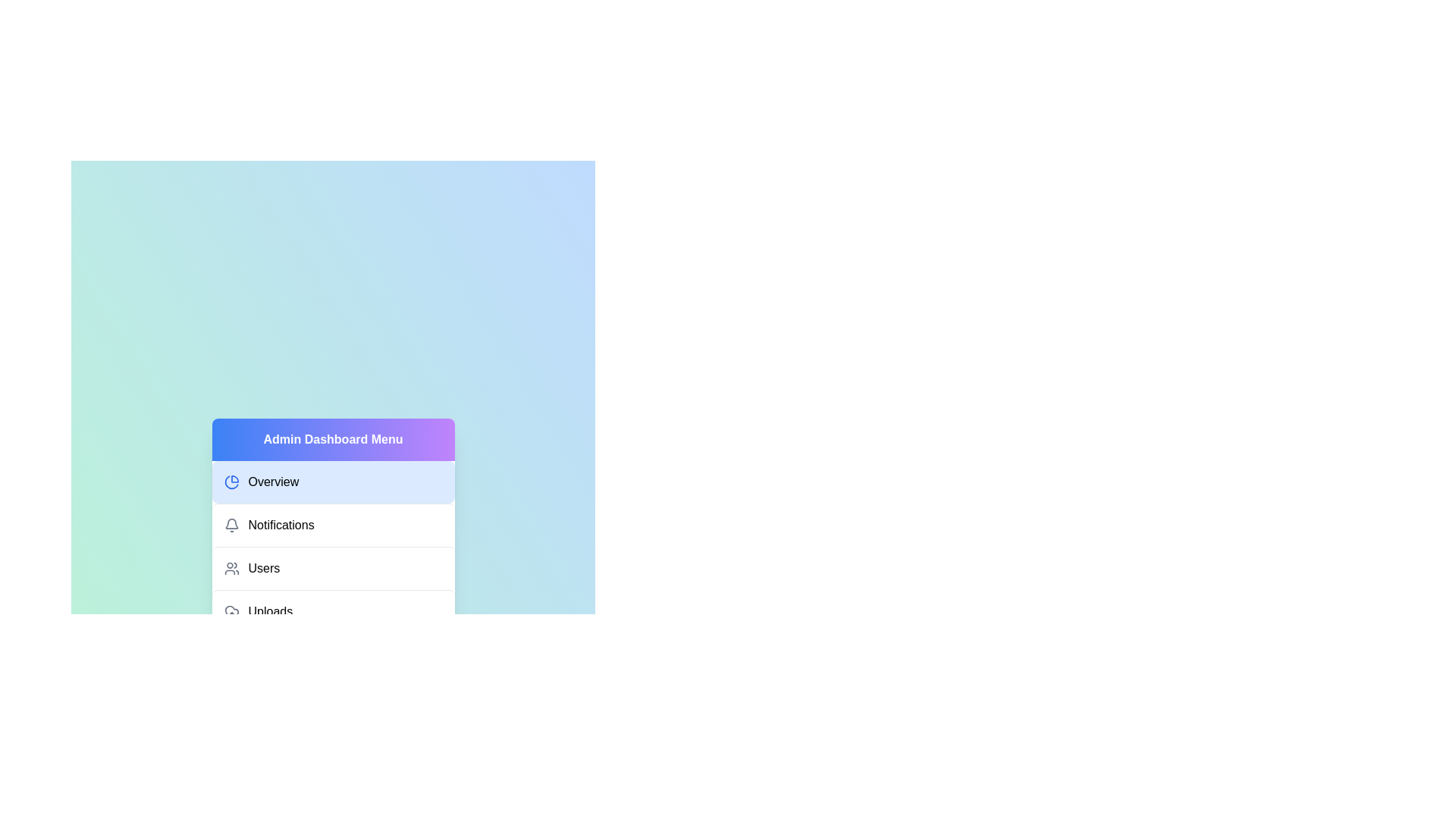  What do you see at coordinates (231, 482) in the screenshot?
I see `the icon for Overview to activate it` at bounding box center [231, 482].